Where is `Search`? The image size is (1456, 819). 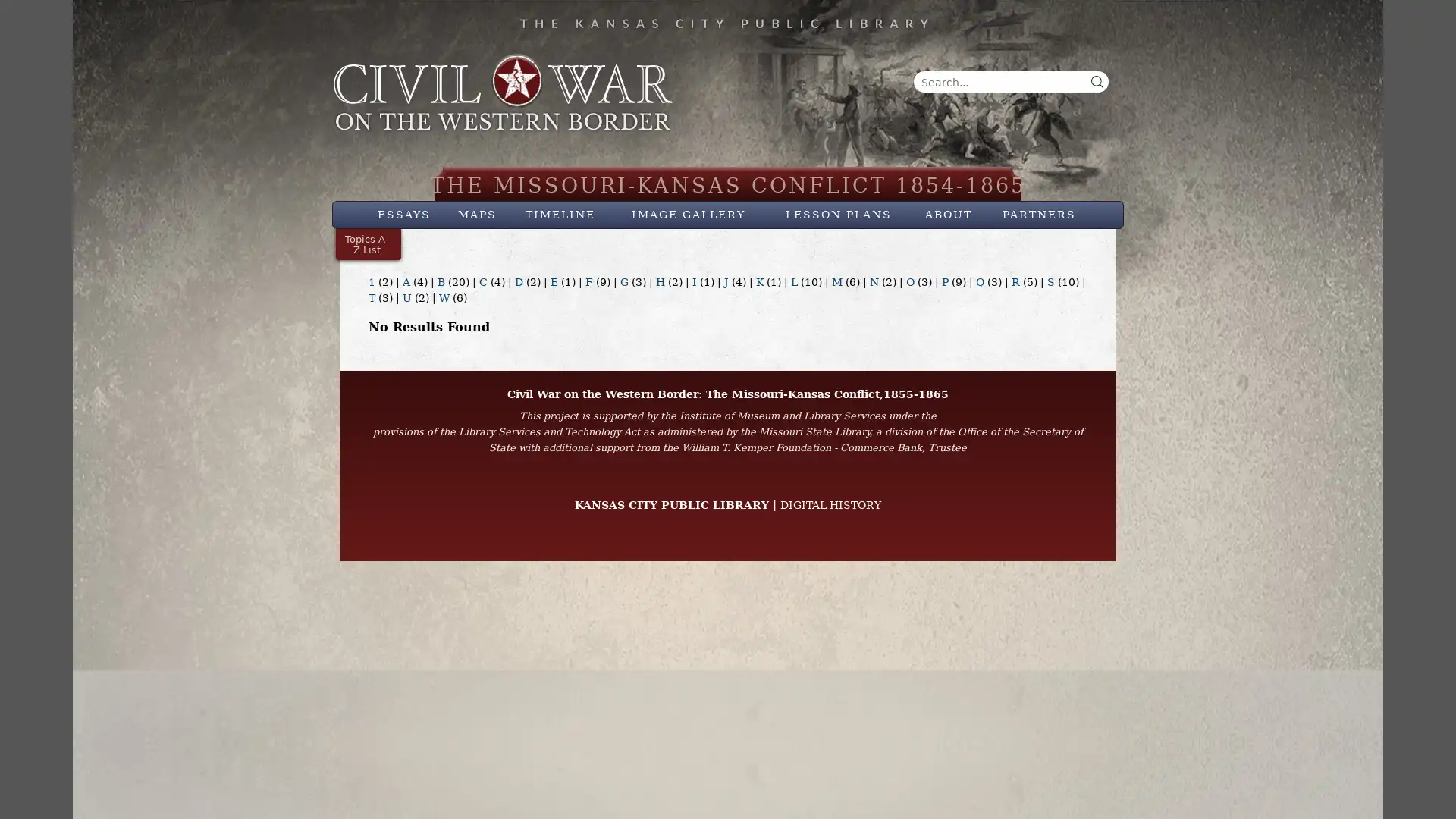 Search is located at coordinates (1099, 82).